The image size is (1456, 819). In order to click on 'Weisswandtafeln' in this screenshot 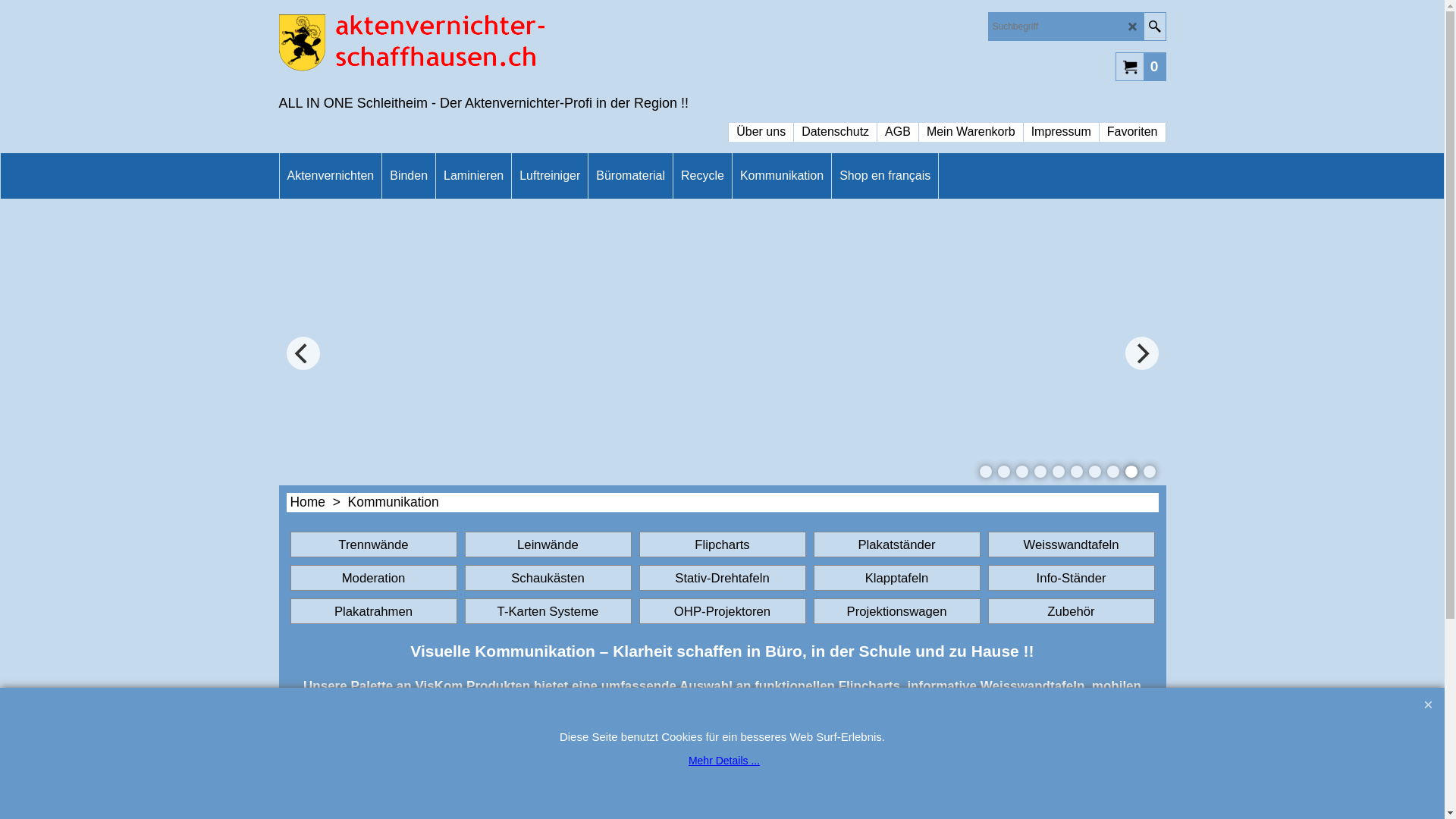, I will do `click(1069, 543)`.